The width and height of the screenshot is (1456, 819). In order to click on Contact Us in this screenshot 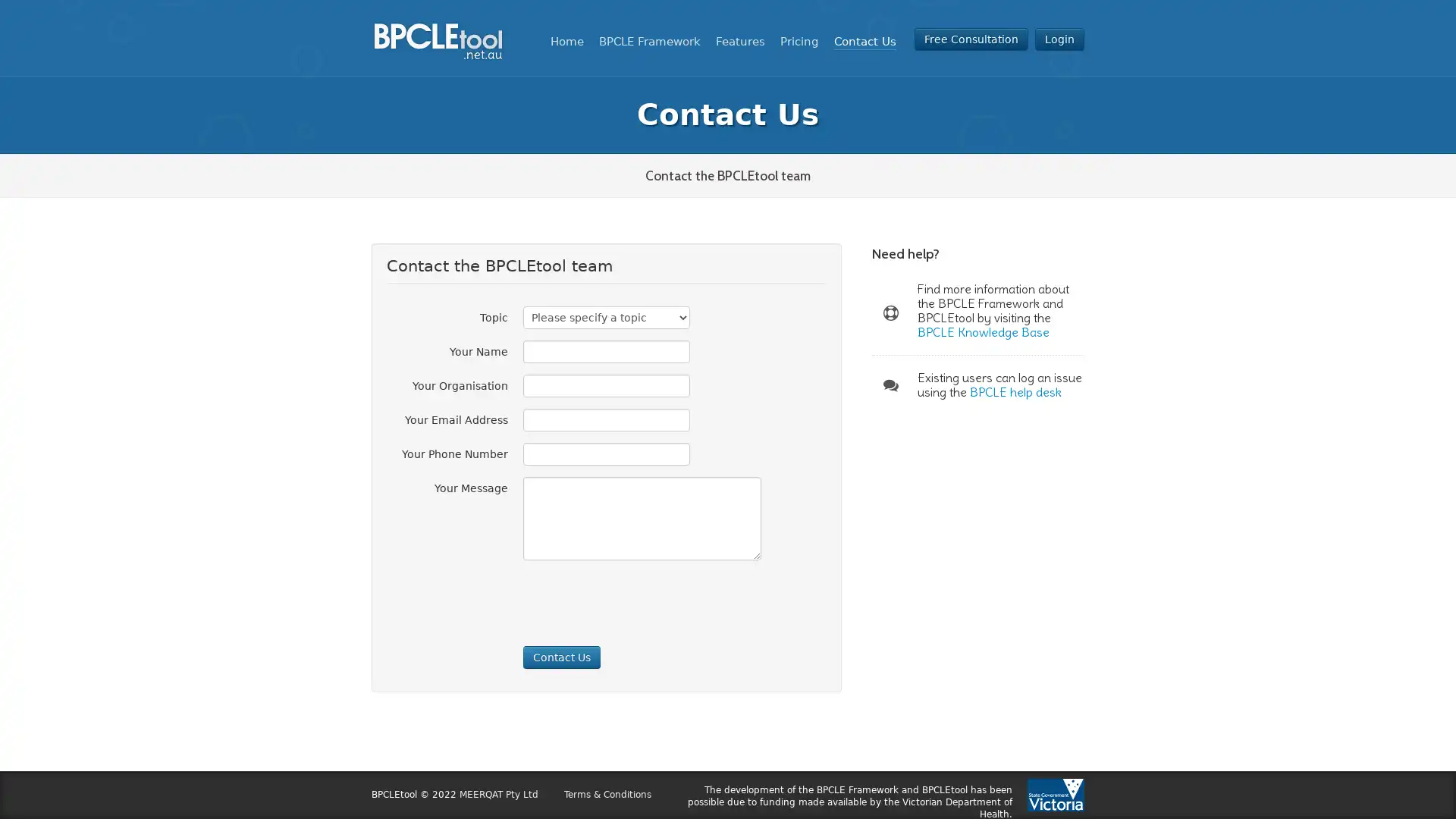, I will do `click(560, 657)`.